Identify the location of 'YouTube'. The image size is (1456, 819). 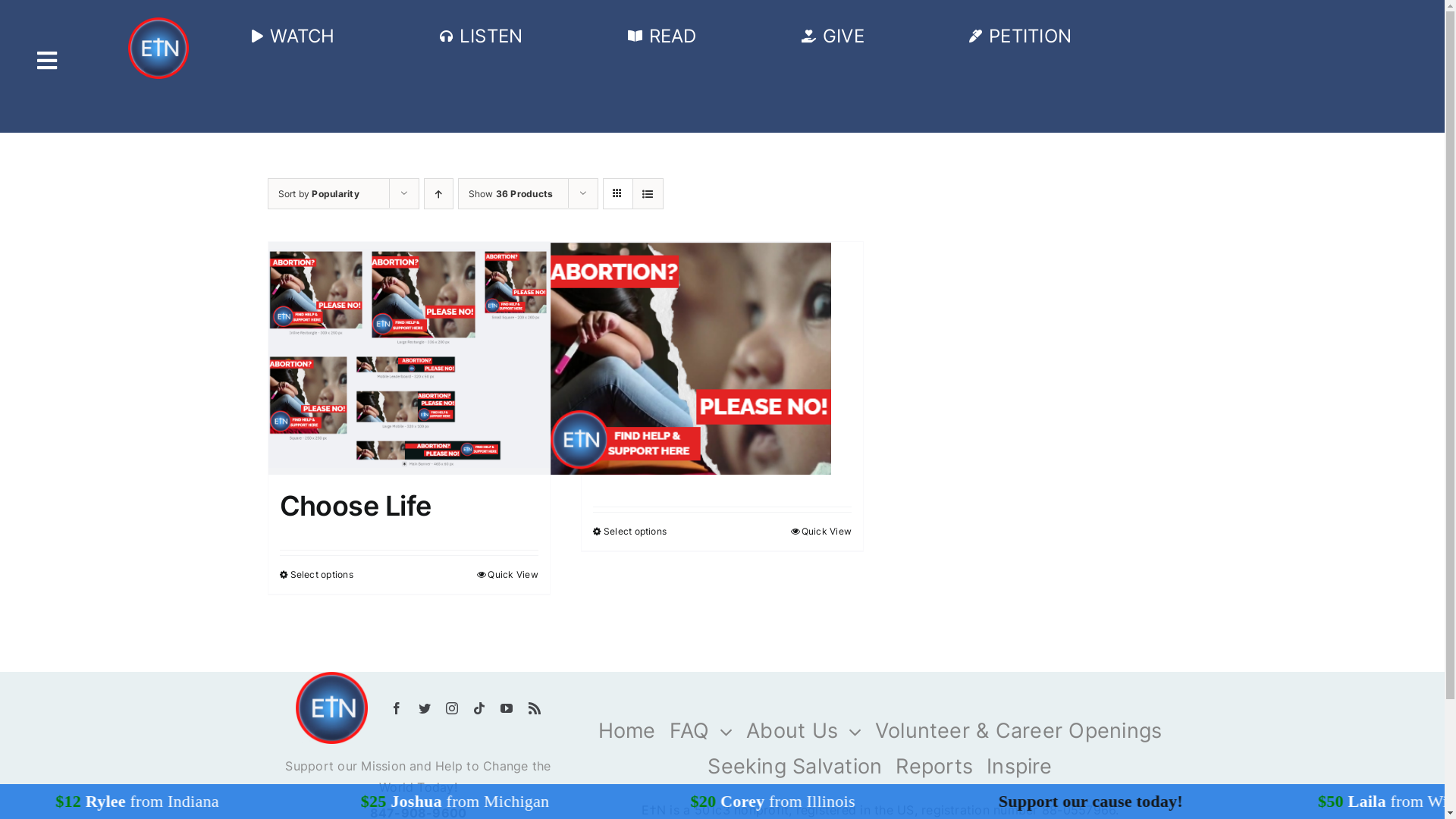
(506, 708).